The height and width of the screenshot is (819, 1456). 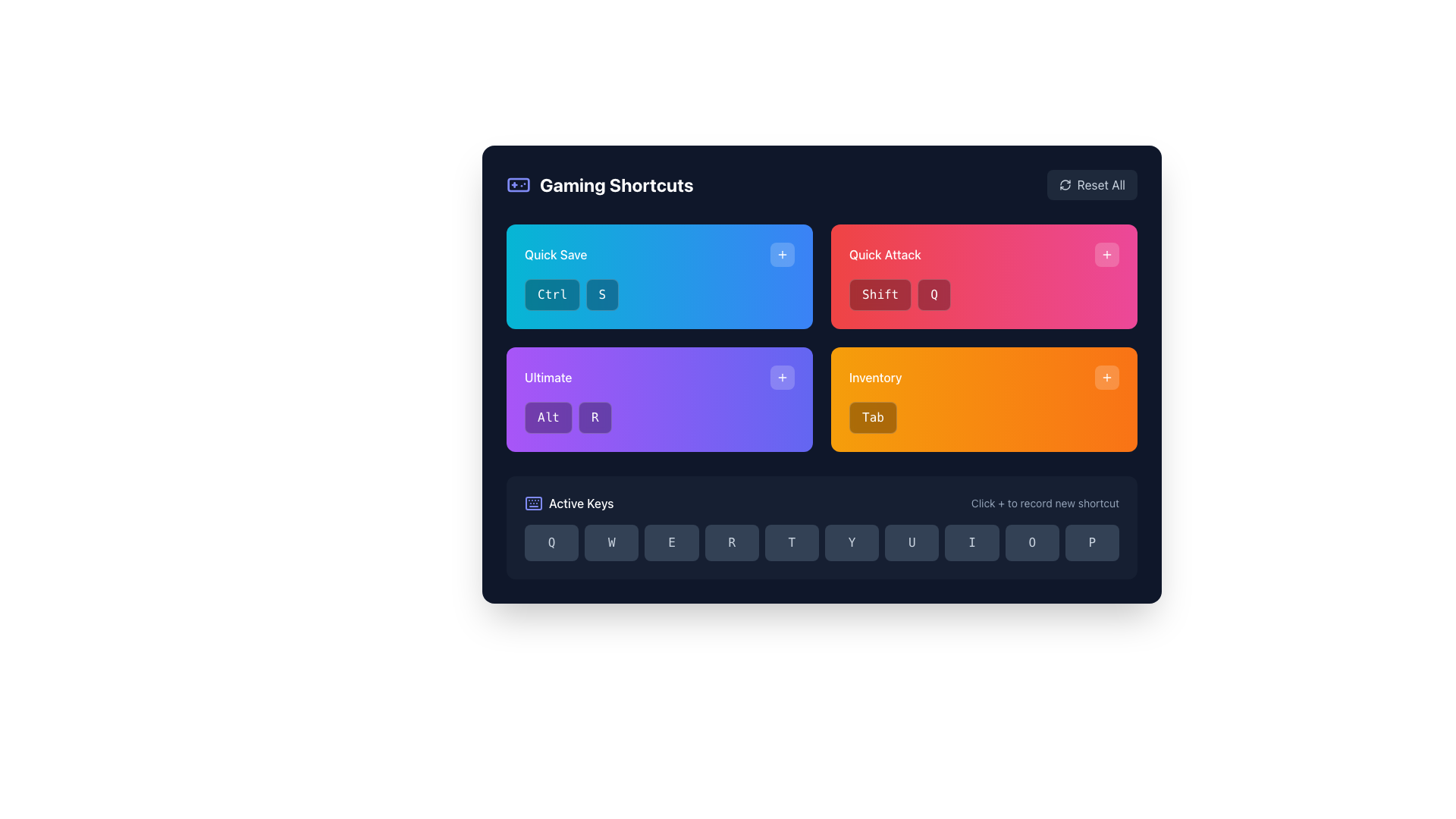 I want to click on the modern, stylized gamepad icon located at the top-left corner of the interface, adjacent to the 'Gaming Shortcuts' text, so click(x=519, y=184).